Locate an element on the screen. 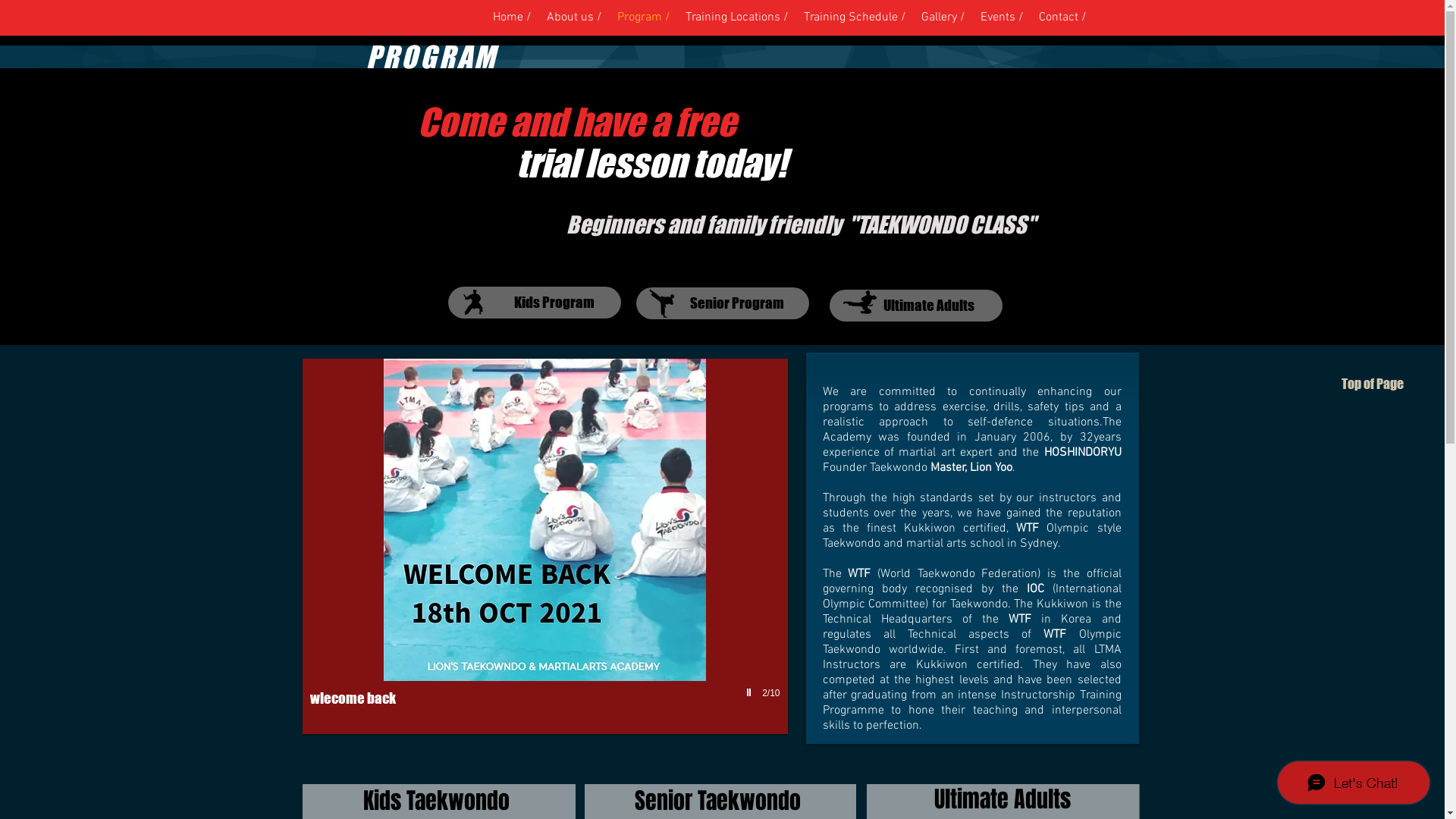  'Top of Page' is located at coordinates (1348, 383).